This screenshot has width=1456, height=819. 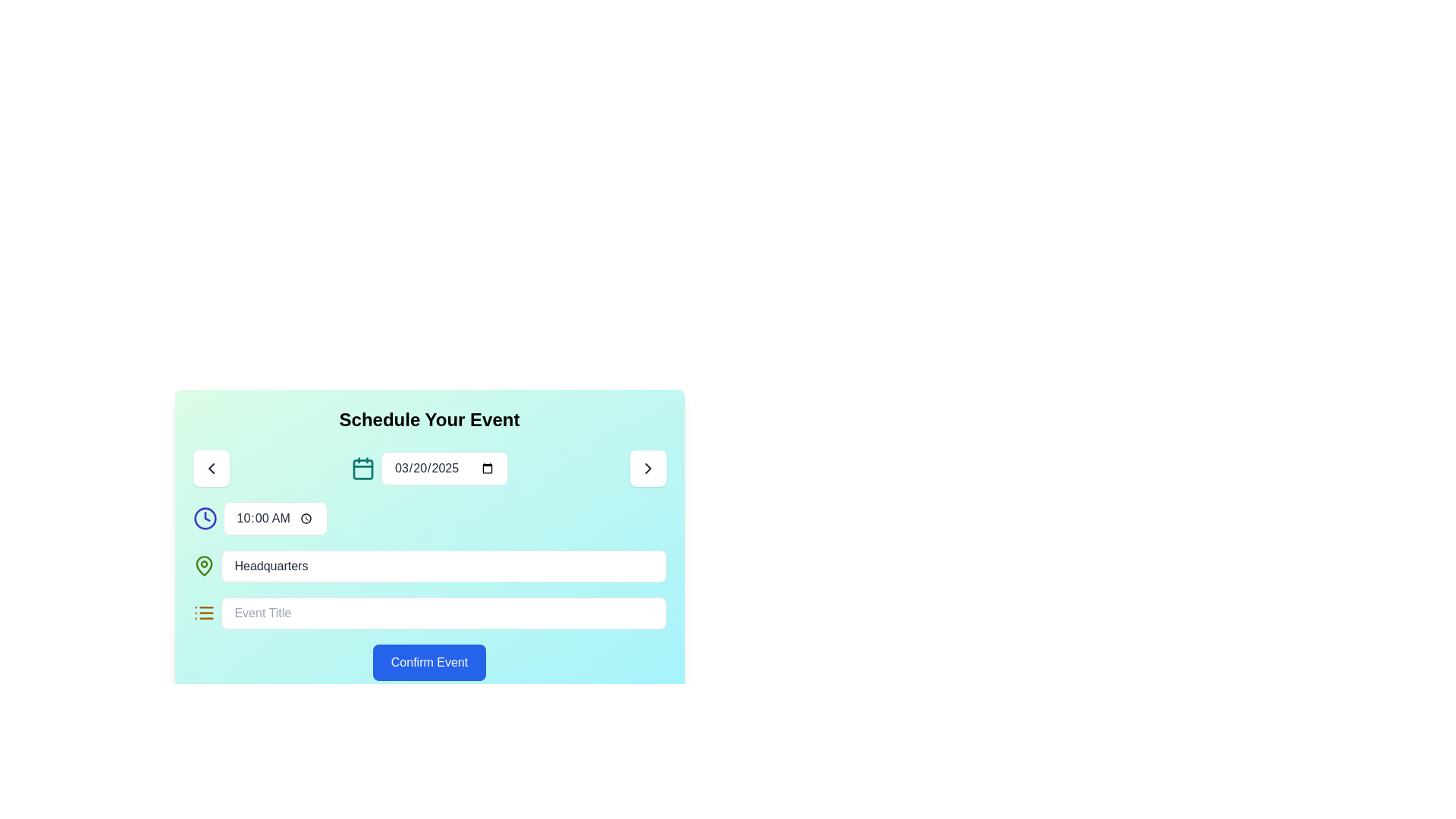 I want to click on the circular button with a left-pointing chevron icon, which is the first interactive button in the horizontal menu layout, so click(x=210, y=467).